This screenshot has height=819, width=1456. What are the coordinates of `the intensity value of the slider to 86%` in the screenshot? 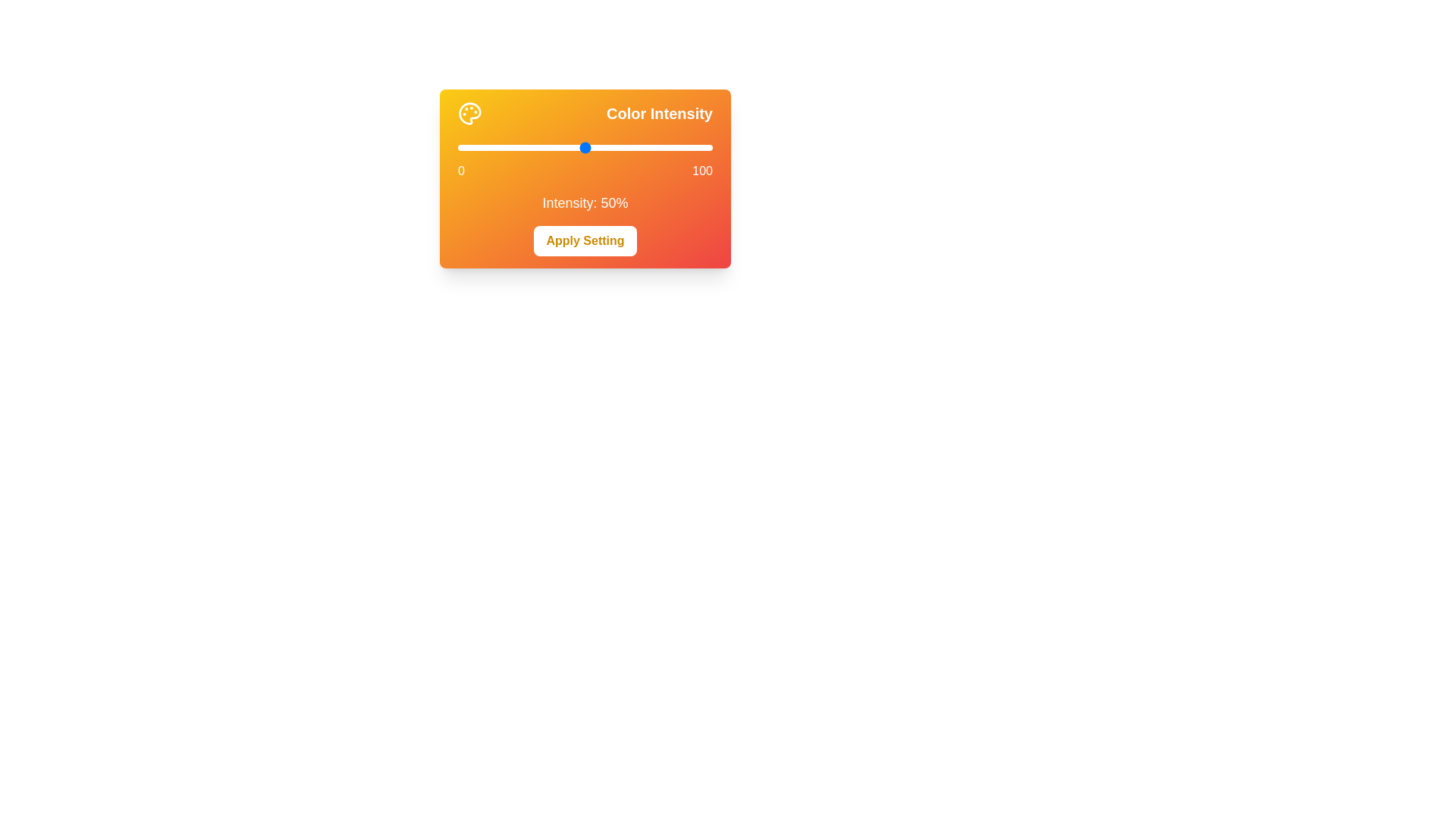 It's located at (676, 148).